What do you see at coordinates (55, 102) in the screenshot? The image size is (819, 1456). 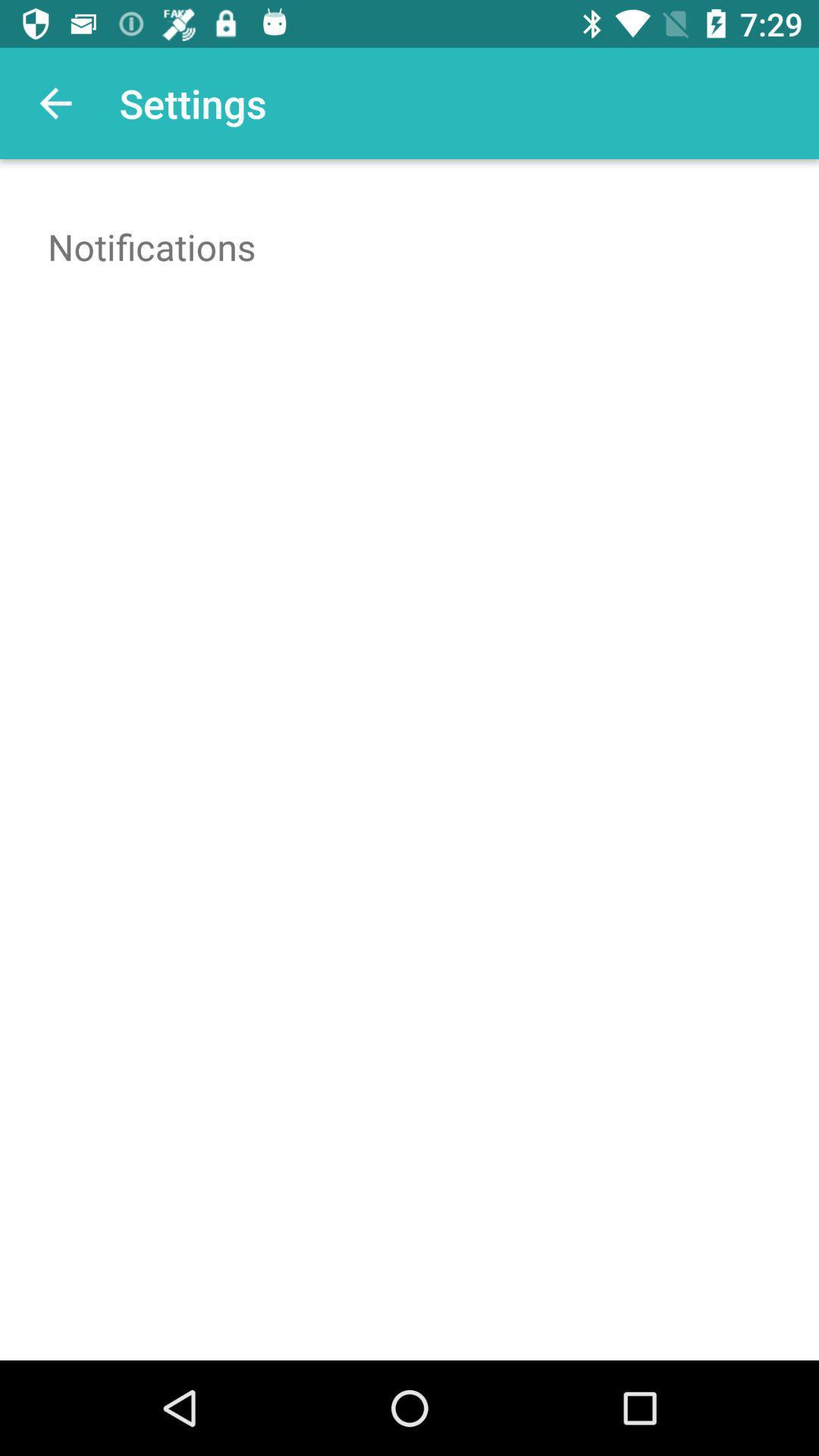 I see `app next to settings icon` at bounding box center [55, 102].